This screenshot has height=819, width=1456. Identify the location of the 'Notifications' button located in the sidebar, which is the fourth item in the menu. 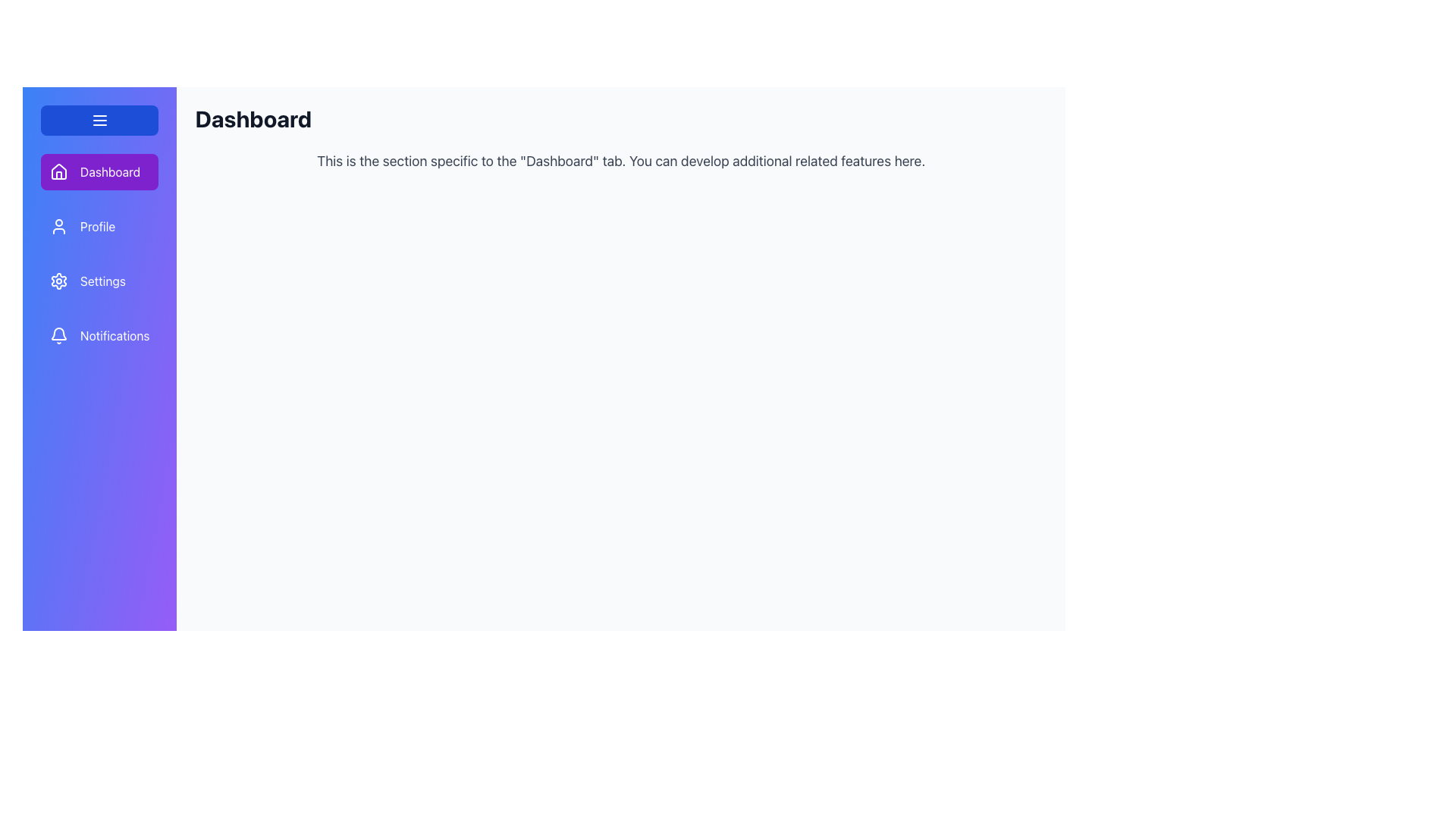
(99, 335).